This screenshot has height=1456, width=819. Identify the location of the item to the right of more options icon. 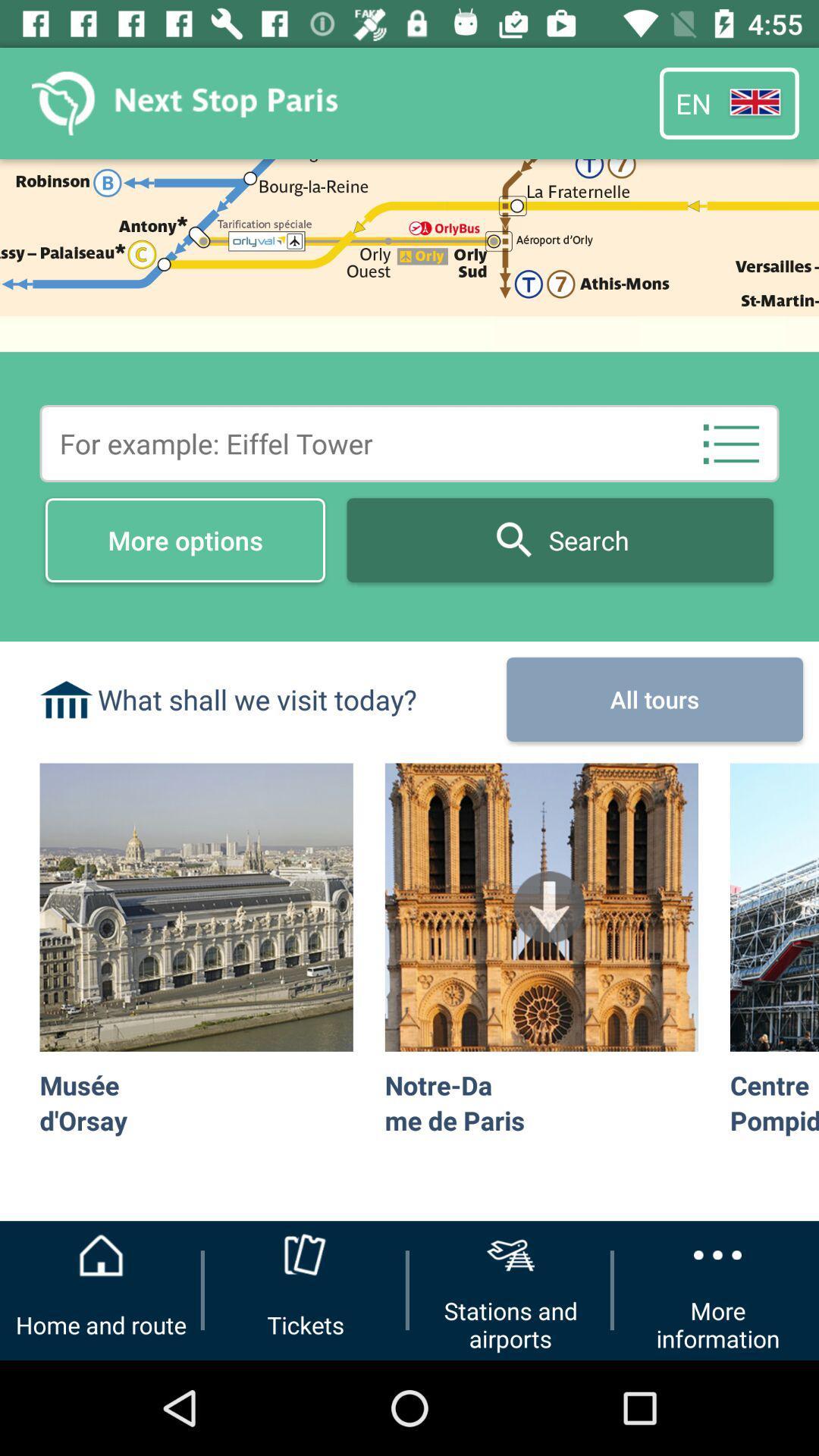
(730, 443).